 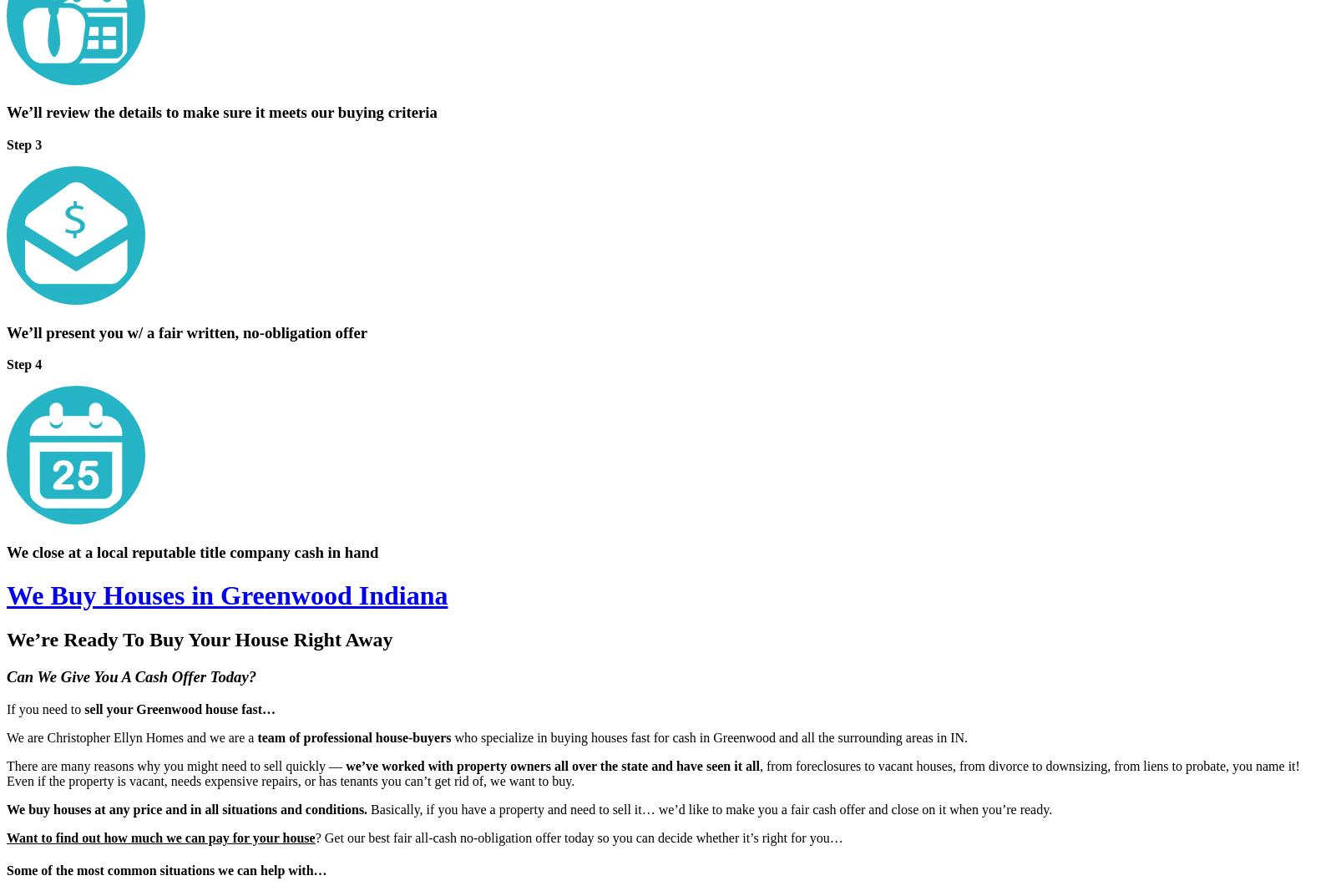 I want to click on 'We’ll present you w/ a fair written, no-obligation offer', so click(x=187, y=331).